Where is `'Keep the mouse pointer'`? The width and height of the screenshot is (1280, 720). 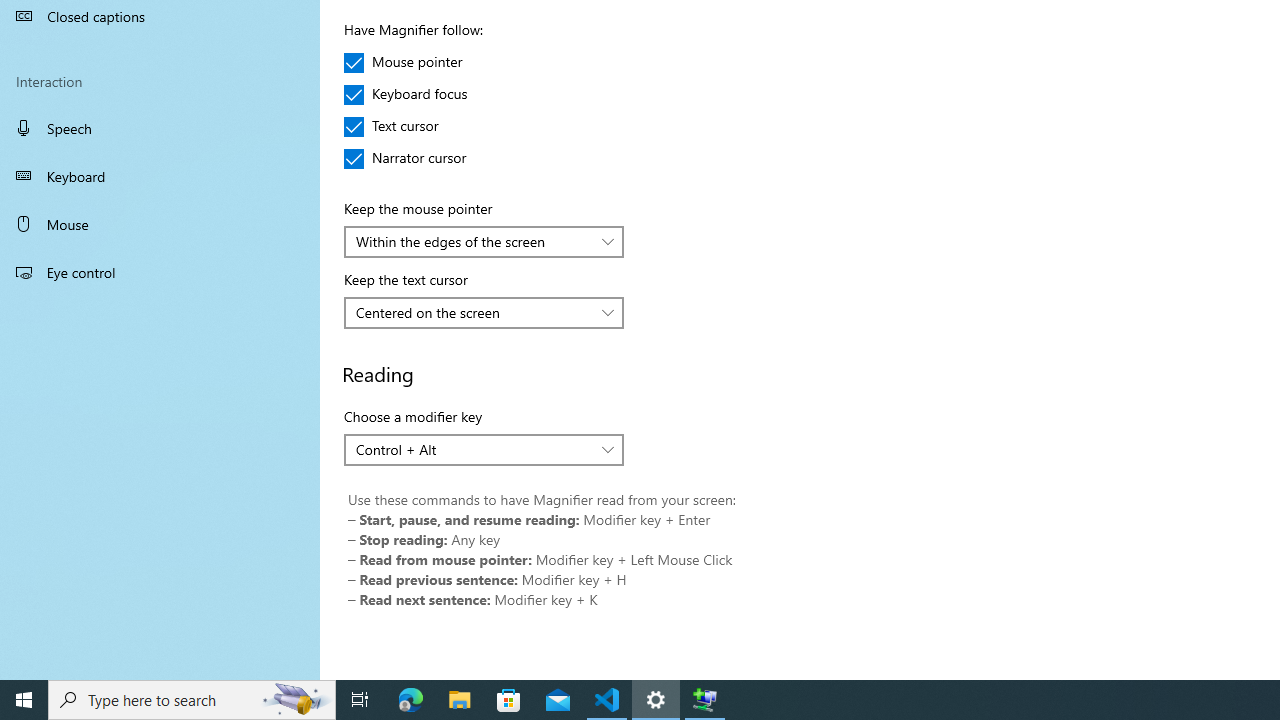 'Keep the mouse pointer' is located at coordinates (484, 240).